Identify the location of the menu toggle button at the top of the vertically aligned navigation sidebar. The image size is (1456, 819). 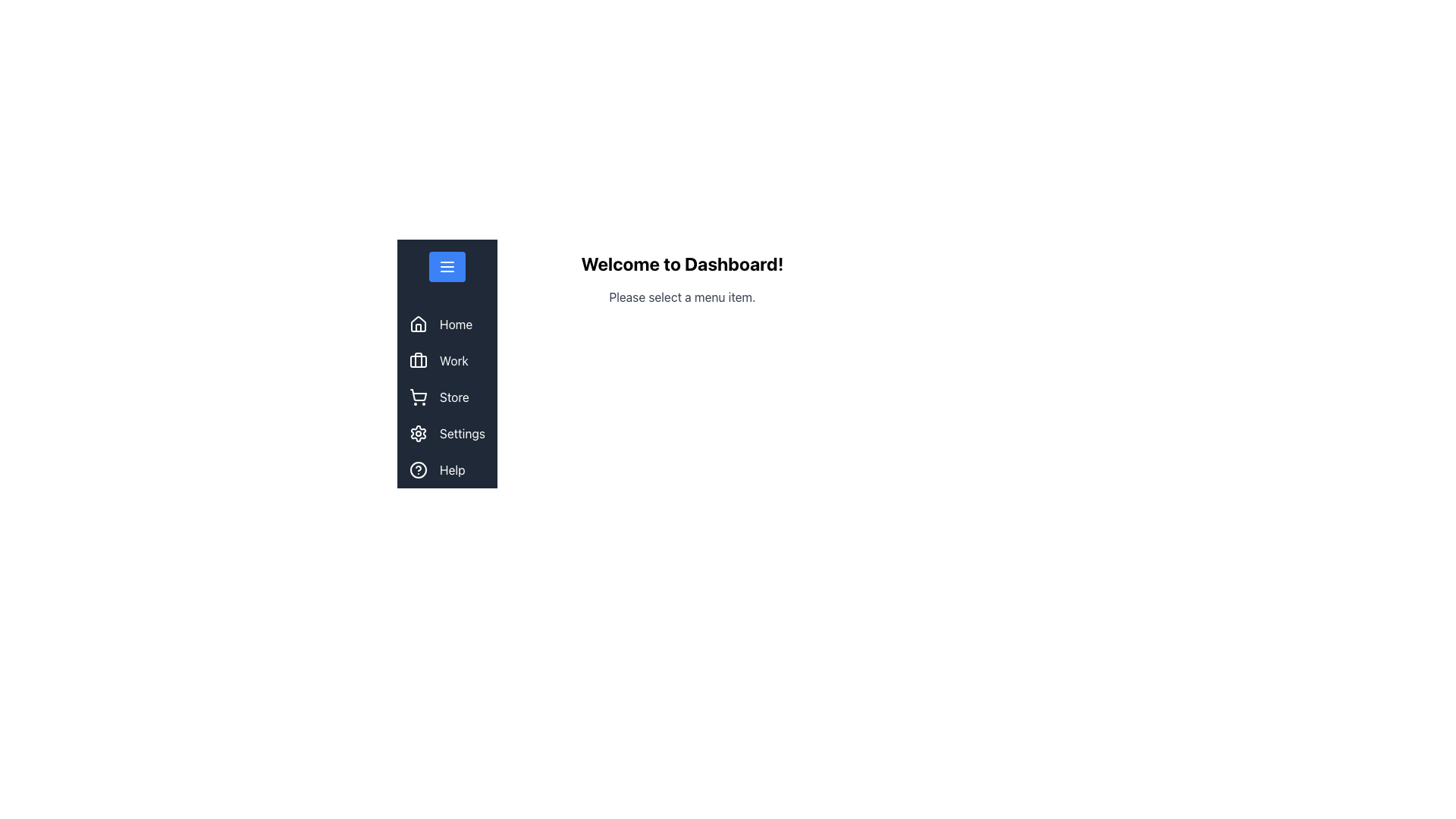
(447, 265).